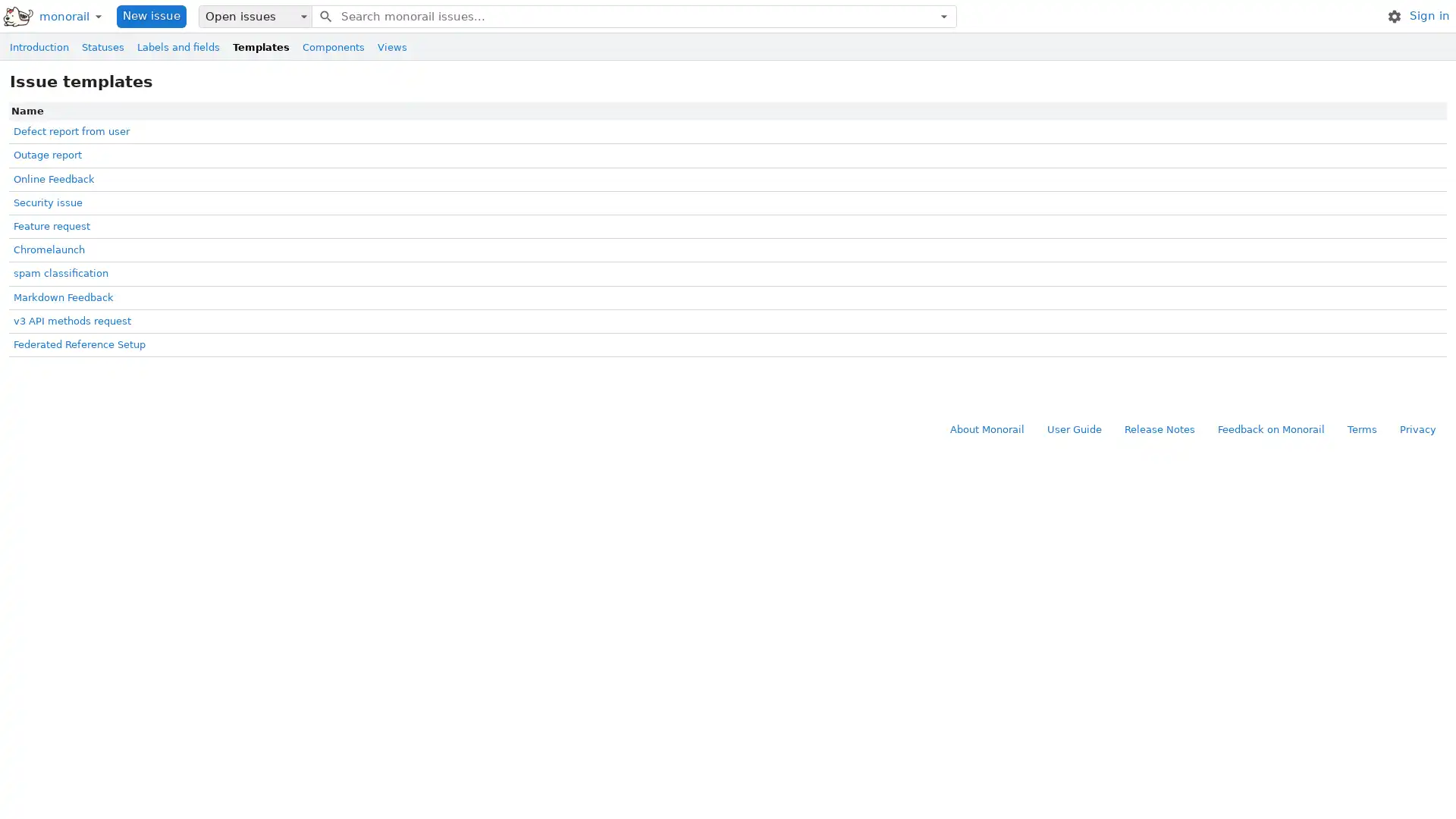 This screenshot has height=819, width=1456. I want to click on Search options, so click(943, 15).